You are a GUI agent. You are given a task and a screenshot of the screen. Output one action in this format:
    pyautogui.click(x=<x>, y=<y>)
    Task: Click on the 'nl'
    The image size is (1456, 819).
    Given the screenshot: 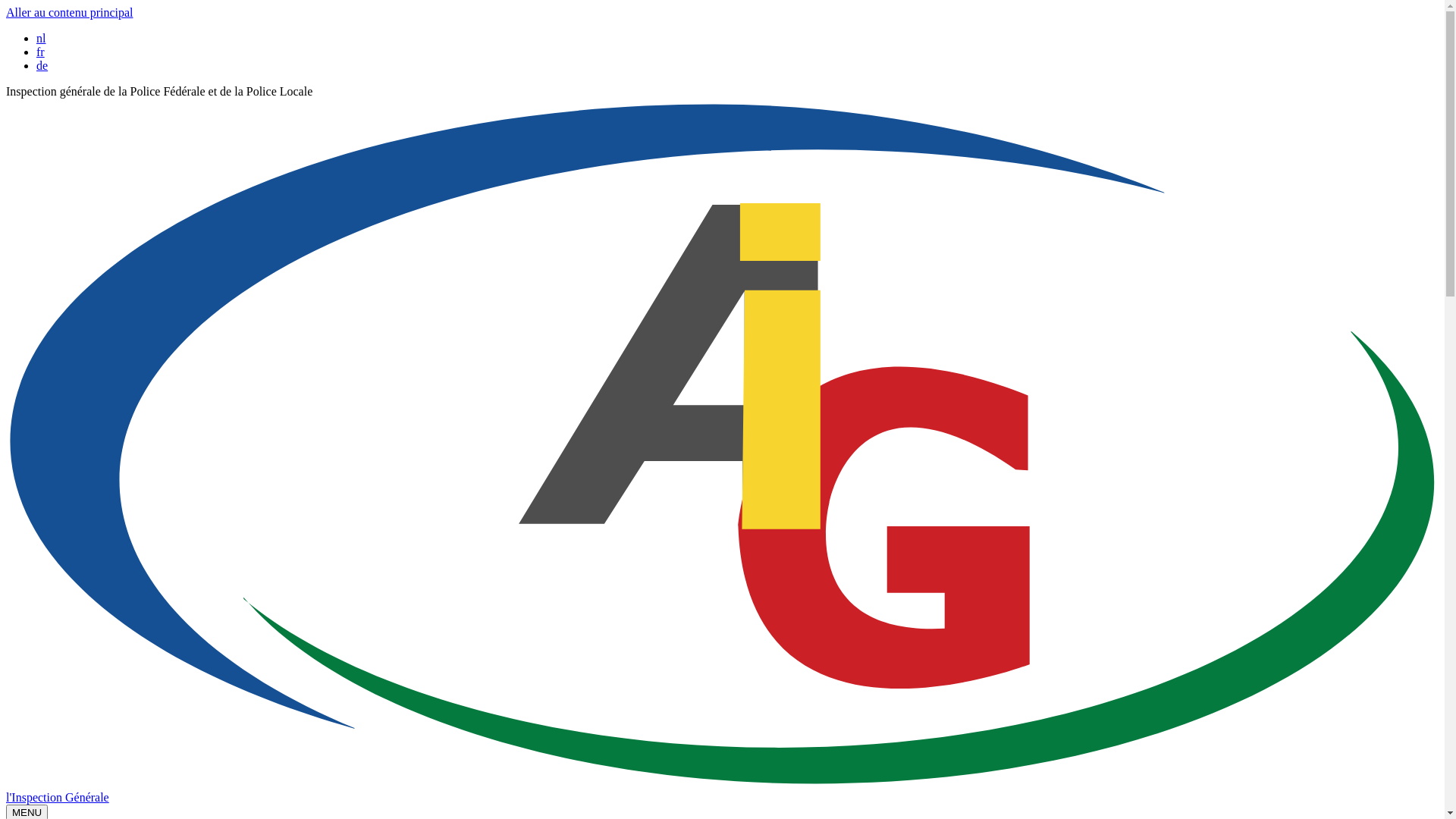 What is the action you would take?
    pyautogui.click(x=36, y=37)
    